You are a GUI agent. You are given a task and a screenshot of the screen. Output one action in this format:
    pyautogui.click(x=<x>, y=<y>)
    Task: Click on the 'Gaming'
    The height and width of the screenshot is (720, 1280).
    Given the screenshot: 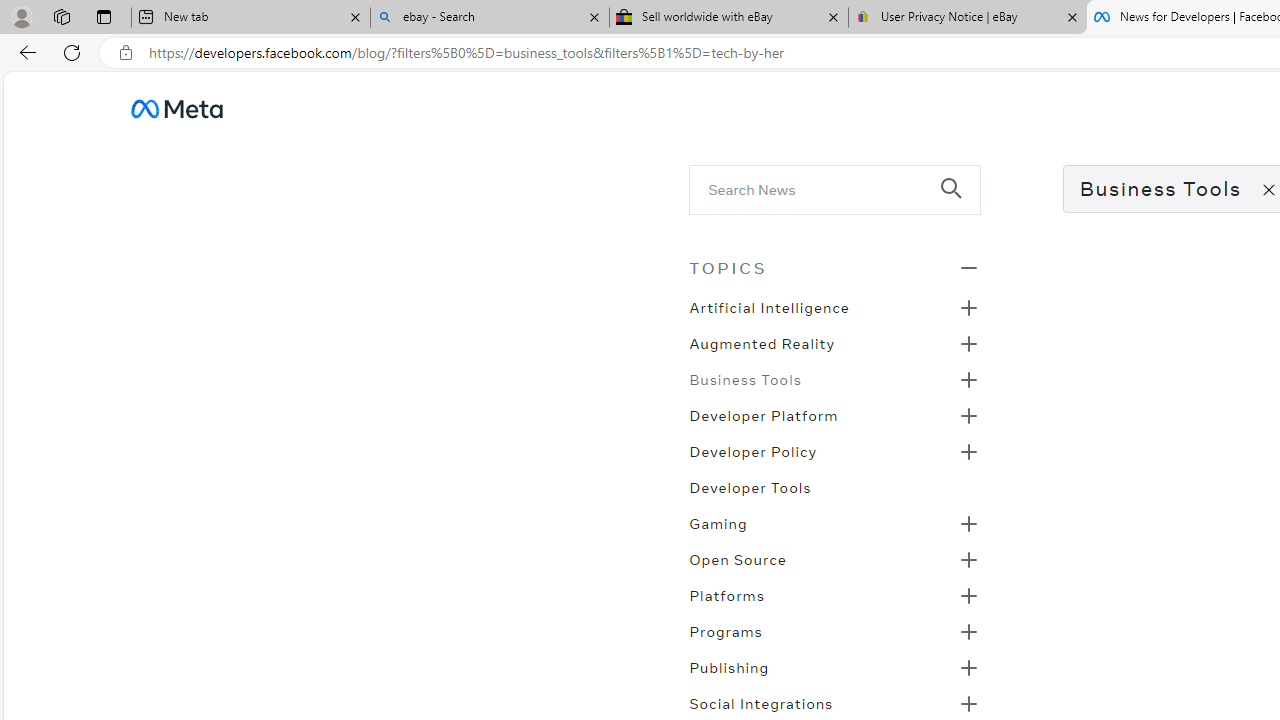 What is the action you would take?
    pyautogui.click(x=718, y=521)
    